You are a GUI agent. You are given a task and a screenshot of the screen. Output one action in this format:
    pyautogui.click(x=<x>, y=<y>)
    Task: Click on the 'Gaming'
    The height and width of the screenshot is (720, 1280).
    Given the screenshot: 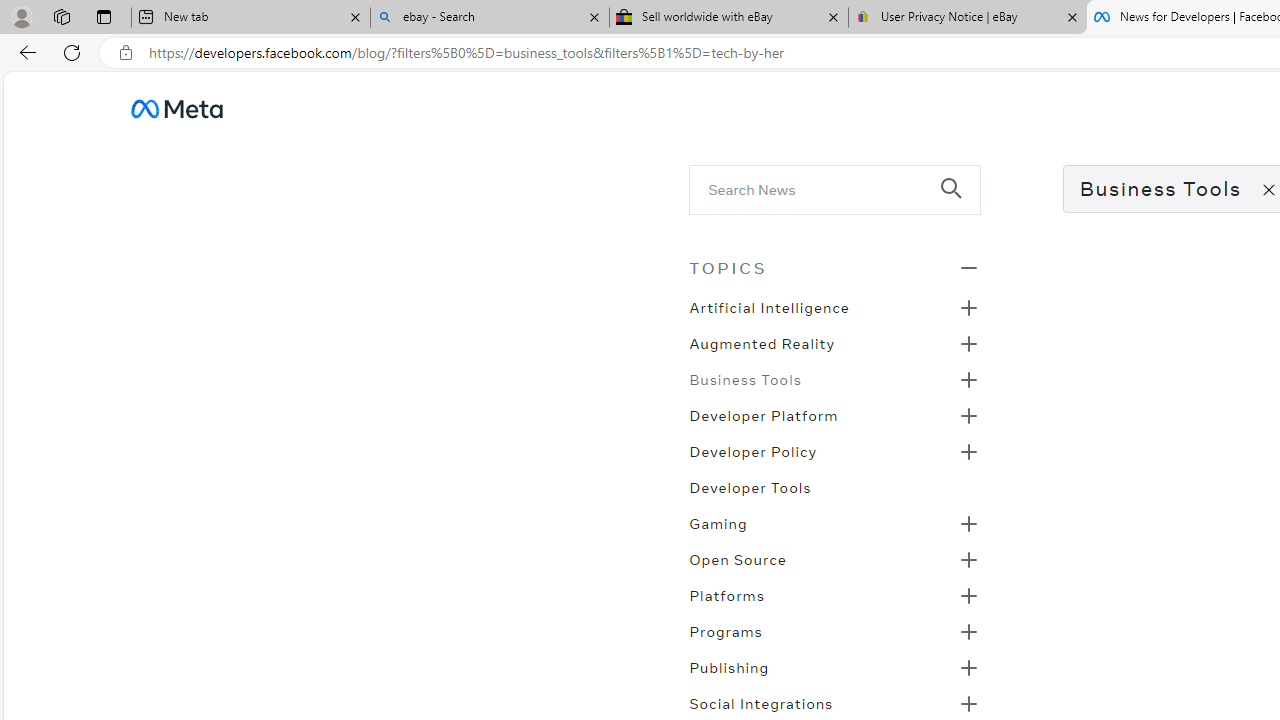 What is the action you would take?
    pyautogui.click(x=718, y=521)
    